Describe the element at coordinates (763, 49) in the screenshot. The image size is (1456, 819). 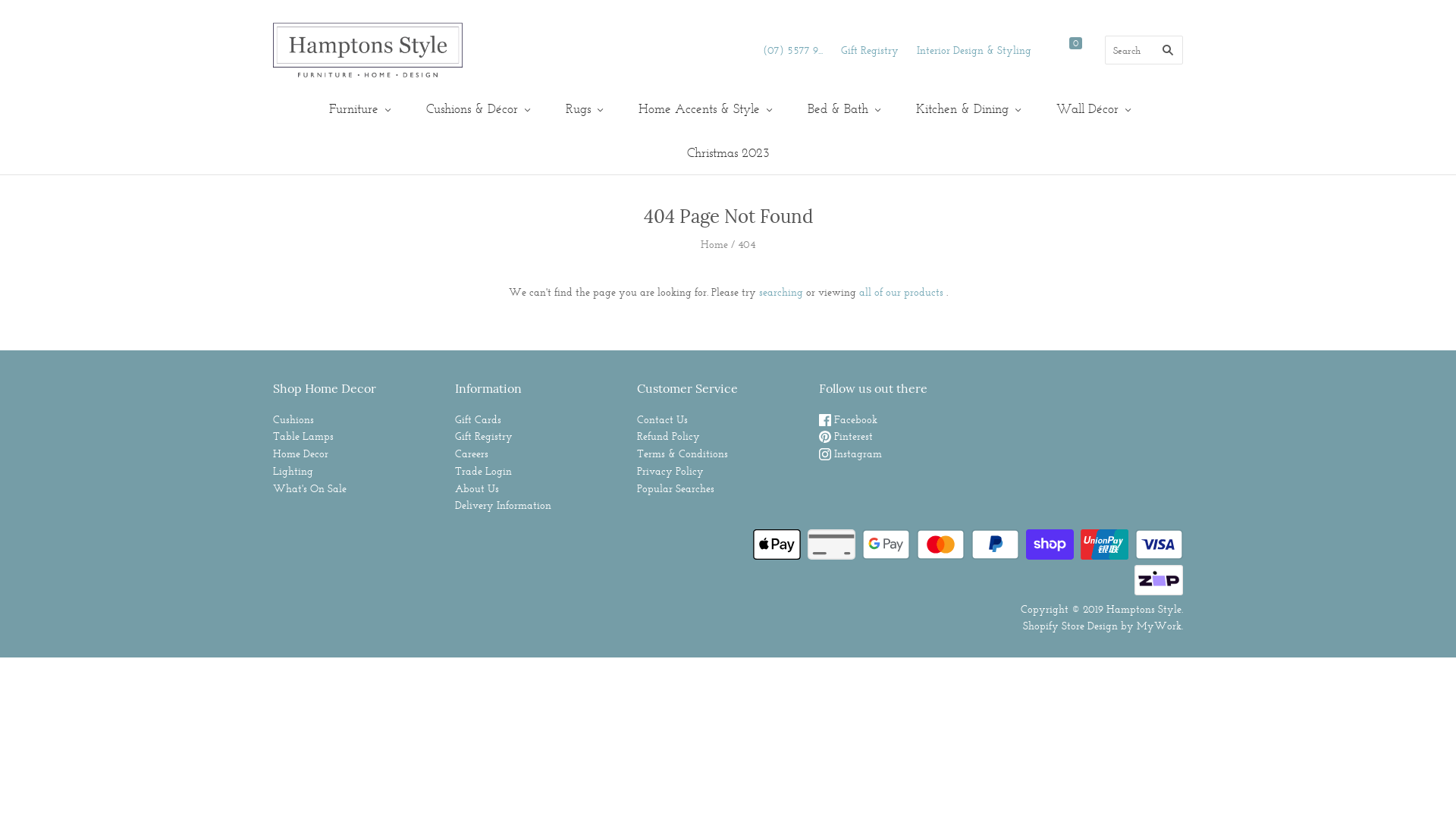
I see `'(07) 5577 9...'` at that location.